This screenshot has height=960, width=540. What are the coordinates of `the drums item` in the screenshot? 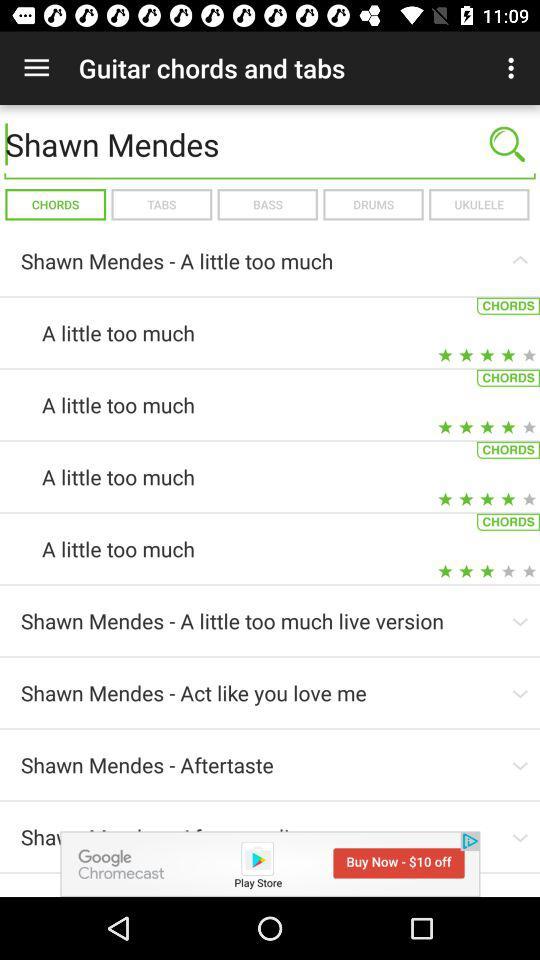 It's located at (373, 204).